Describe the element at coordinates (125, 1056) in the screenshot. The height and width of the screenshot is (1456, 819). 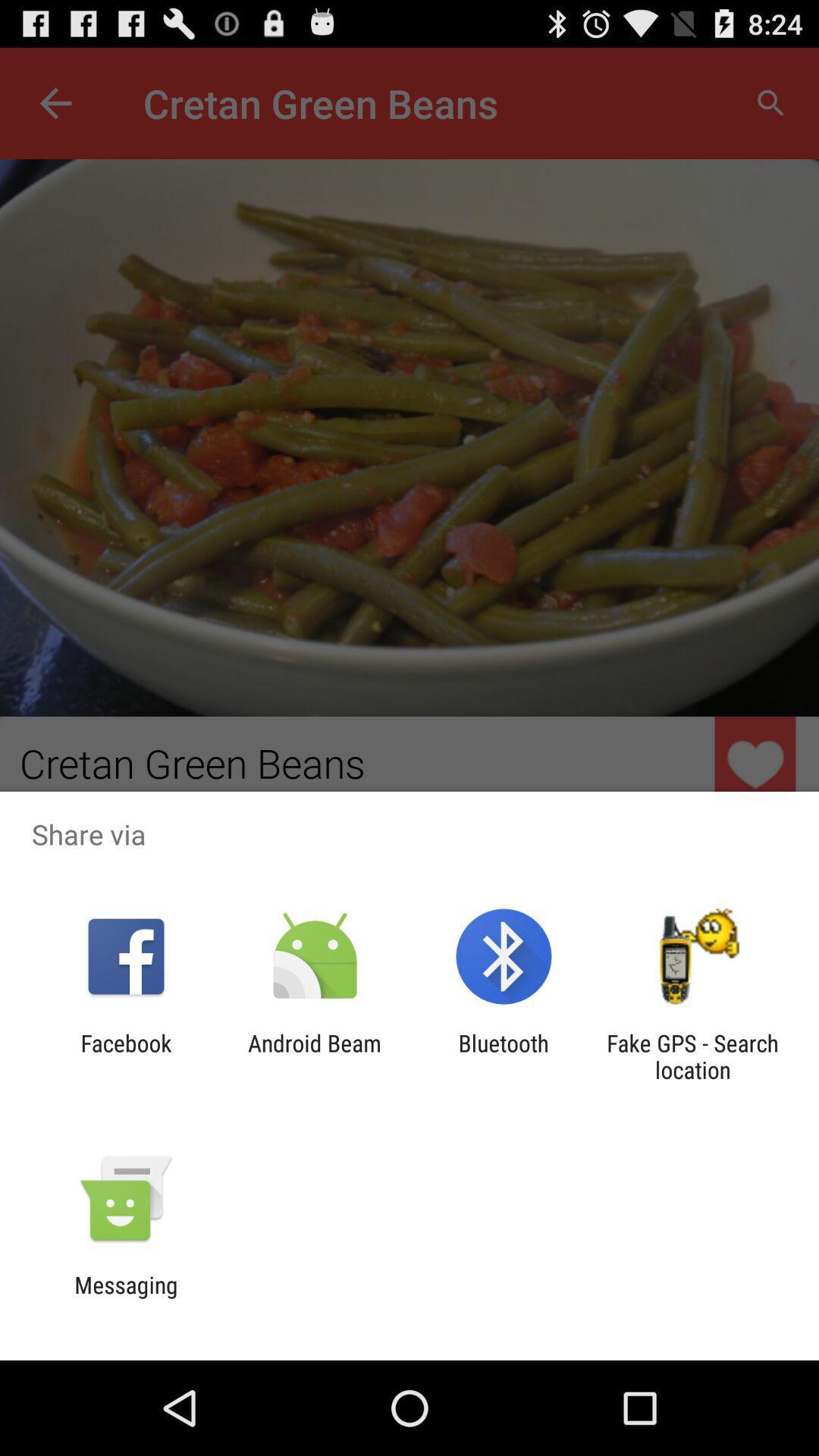
I see `the facebook item` at that location.